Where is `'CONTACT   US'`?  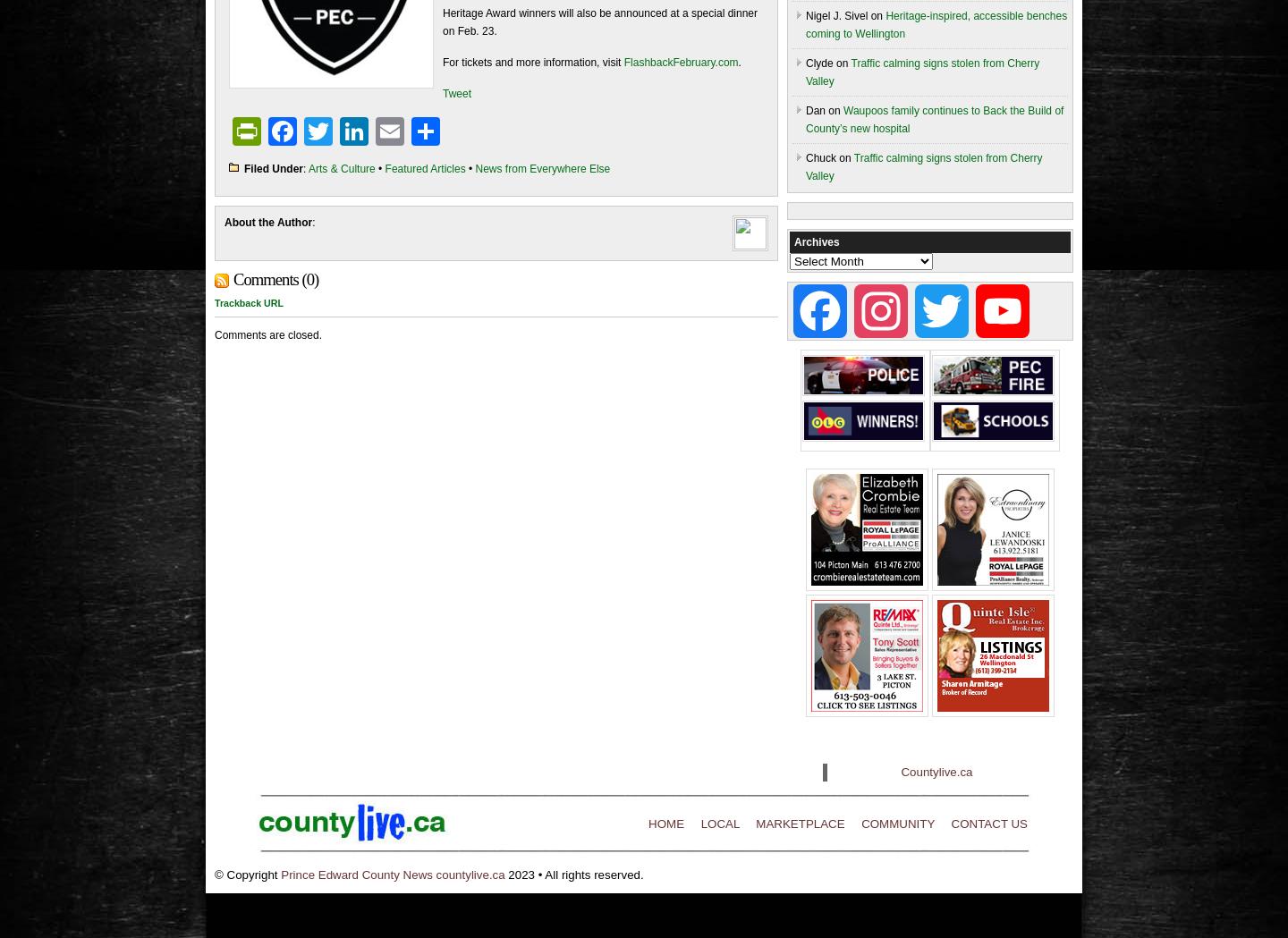 'CONTACT   US' is located at coordinates (951, 823).